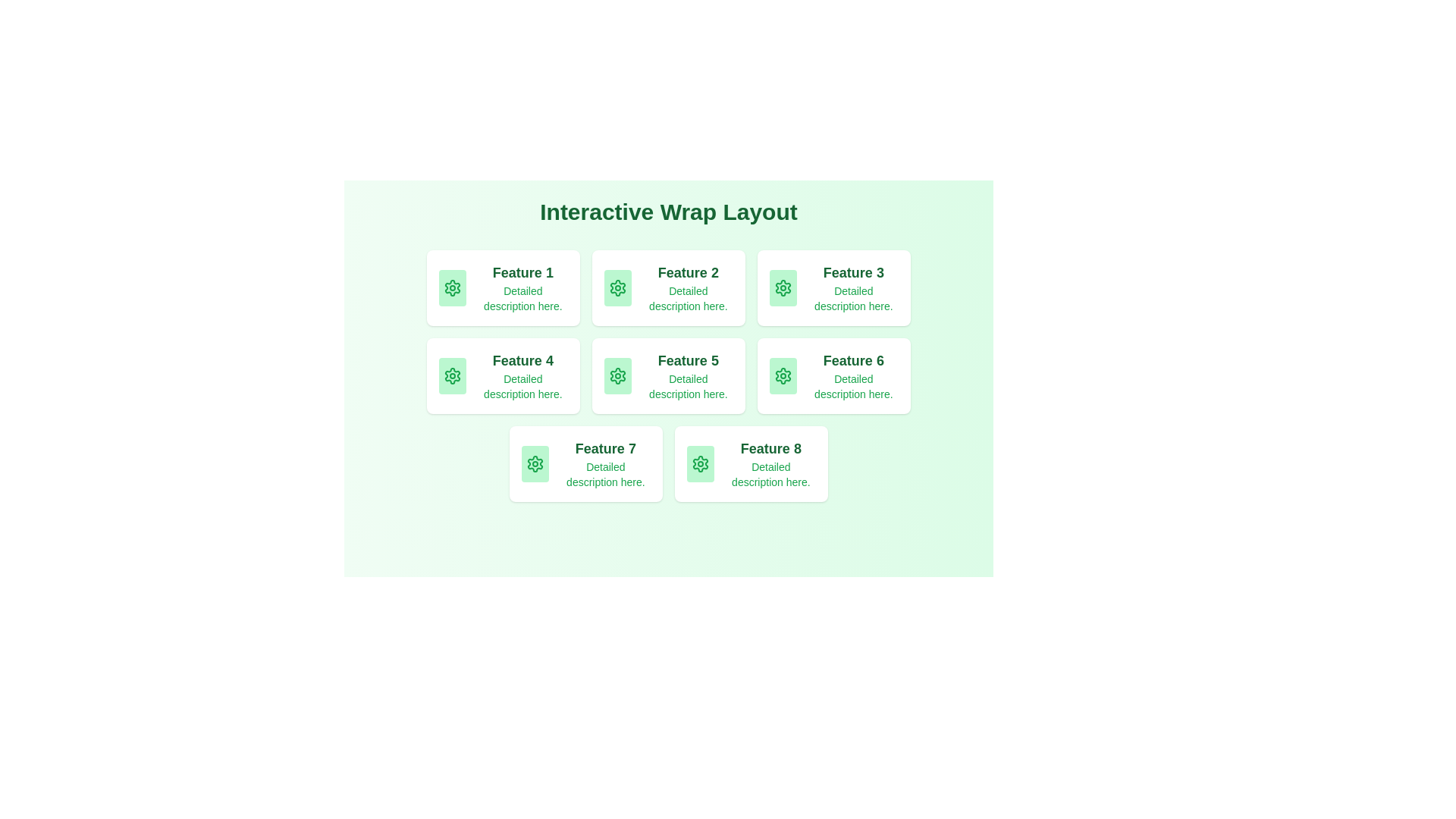 This screenshot has height=819, width=1456. What do you see at coordinates (668, 375) in the screenshot?
I see `the fifth card featuring a green gear icon on the left, labeled 'Feature 5' in bold text on the right` at bounding box center [668, 375].